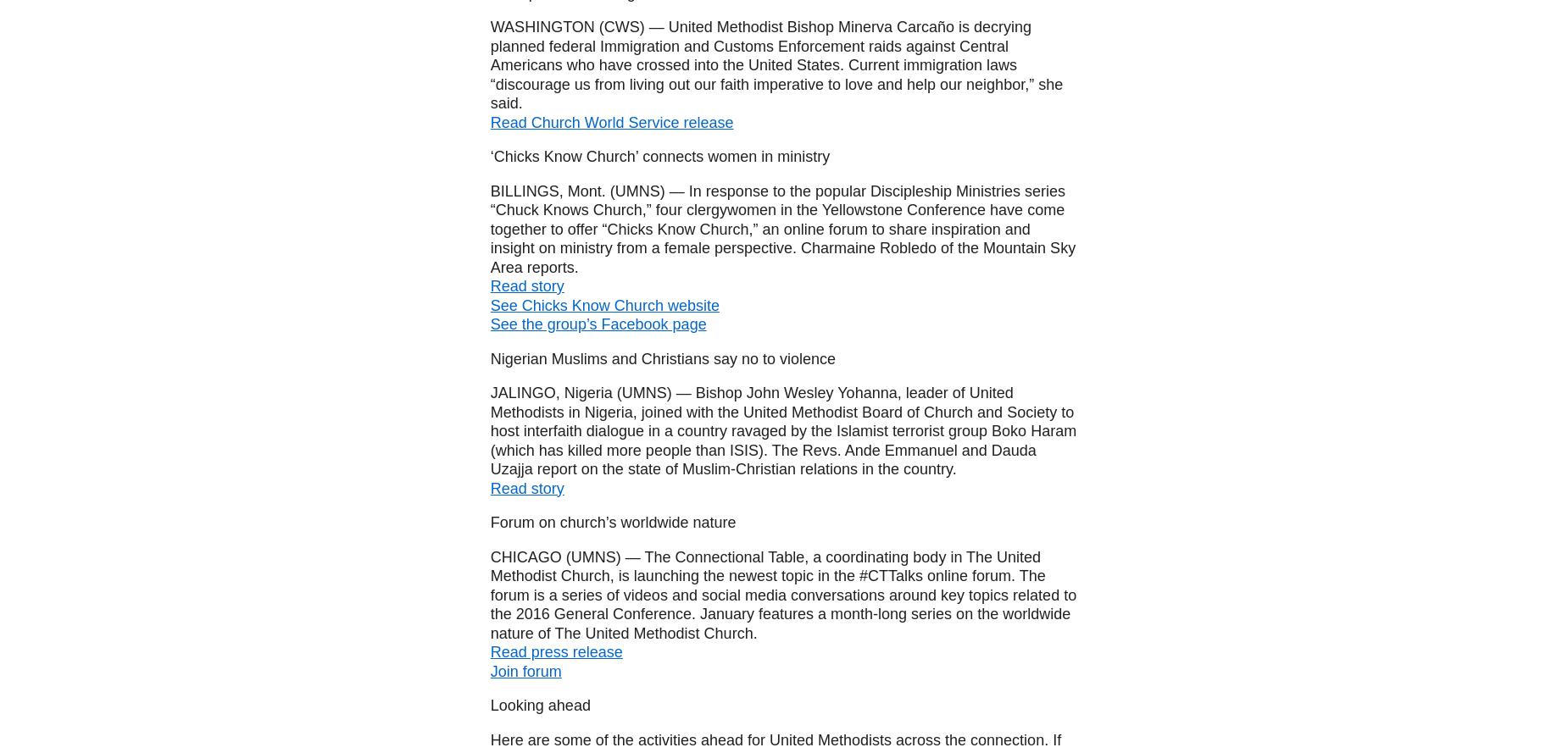  What do you see at coordinates (598, 324) in the screenshot?
I see `'See the group’s Facebook page'` at bounding box center [598, 324].